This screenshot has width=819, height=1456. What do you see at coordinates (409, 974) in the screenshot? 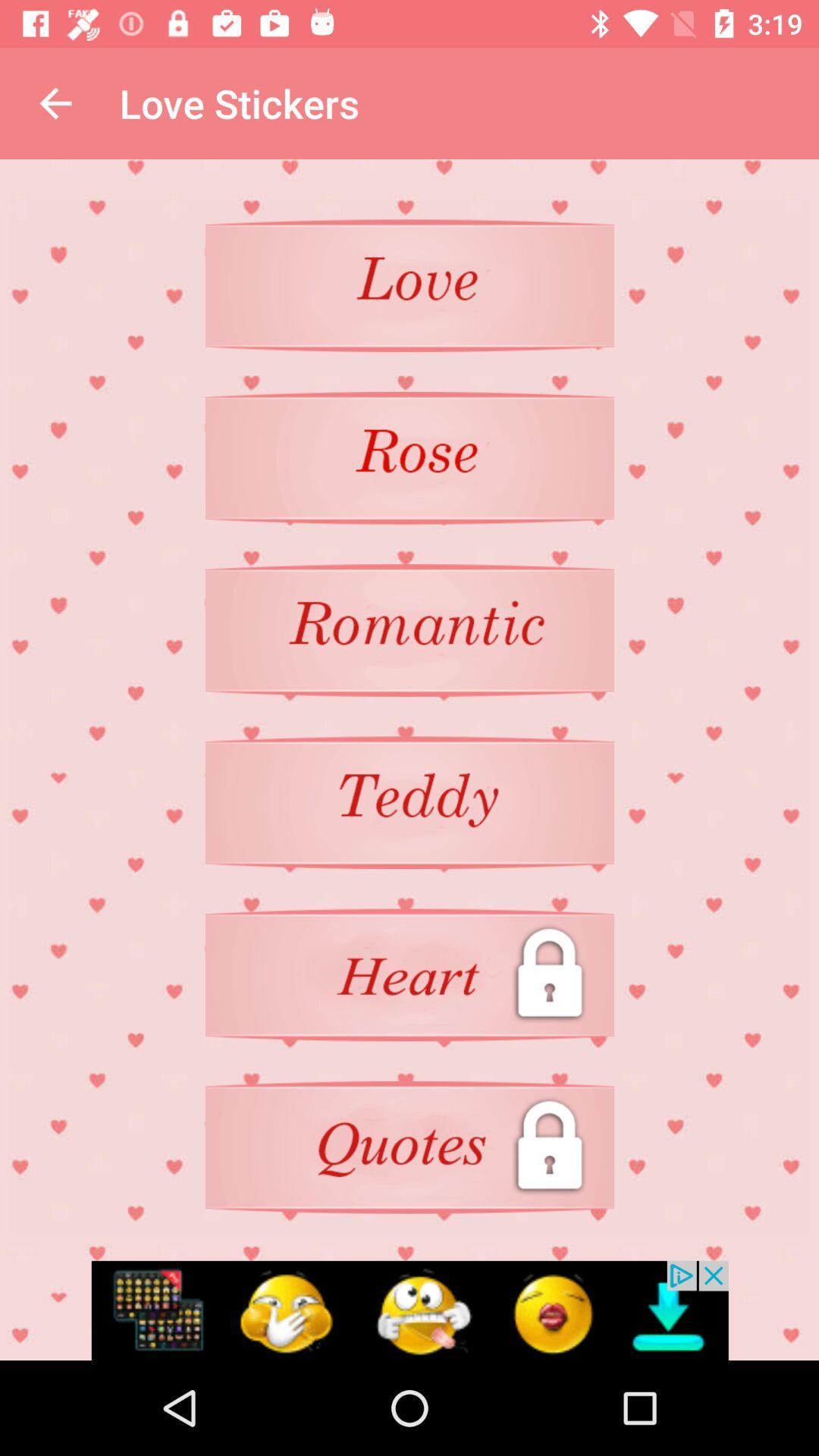
I see `heart sticker locked` at bounding box center [409, 974].